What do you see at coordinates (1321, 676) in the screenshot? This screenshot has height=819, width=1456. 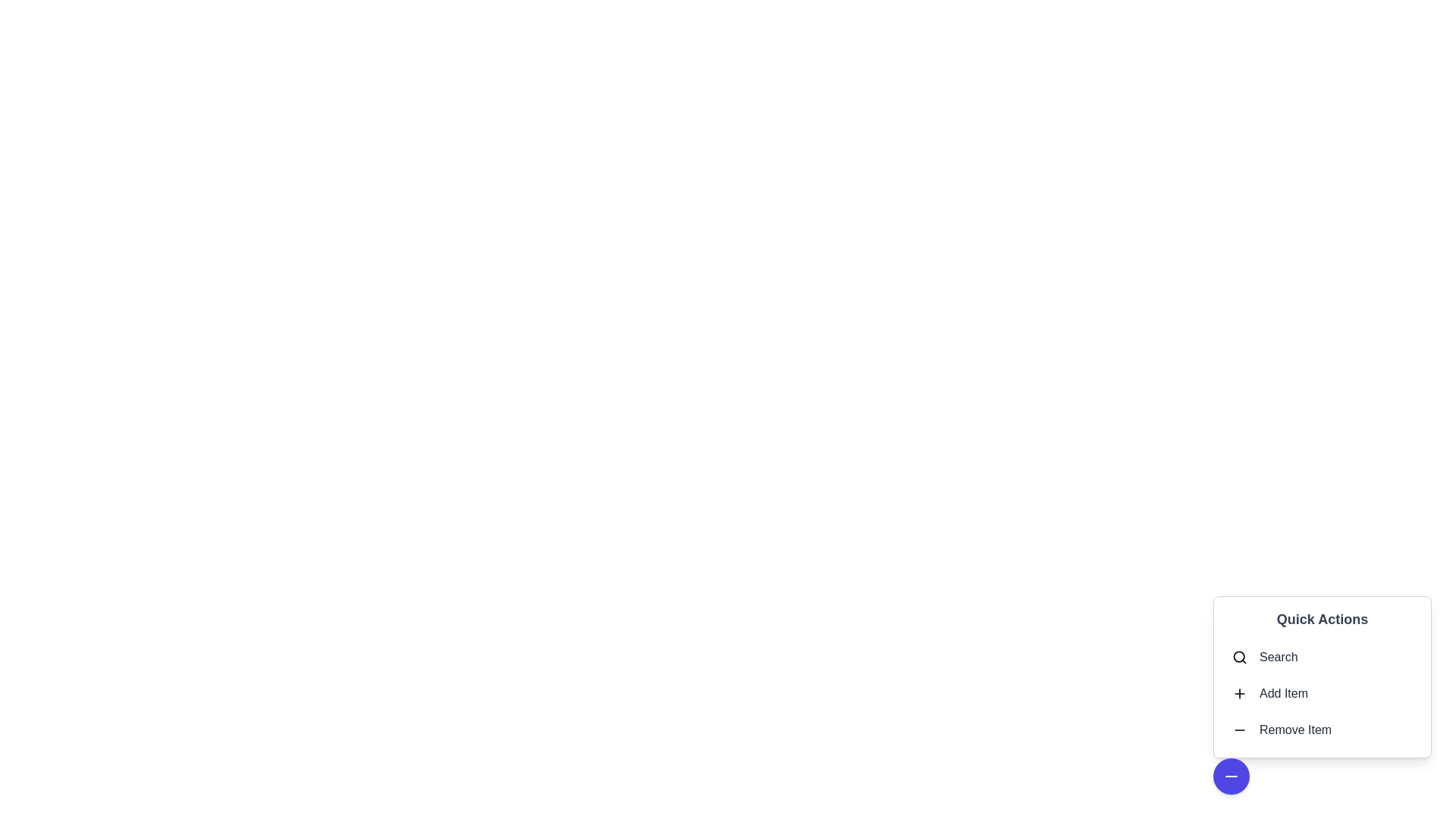 I see `the 'Quick Actions' card located in the bottom-right corner of the interface` at bounding box center [1321, 676].